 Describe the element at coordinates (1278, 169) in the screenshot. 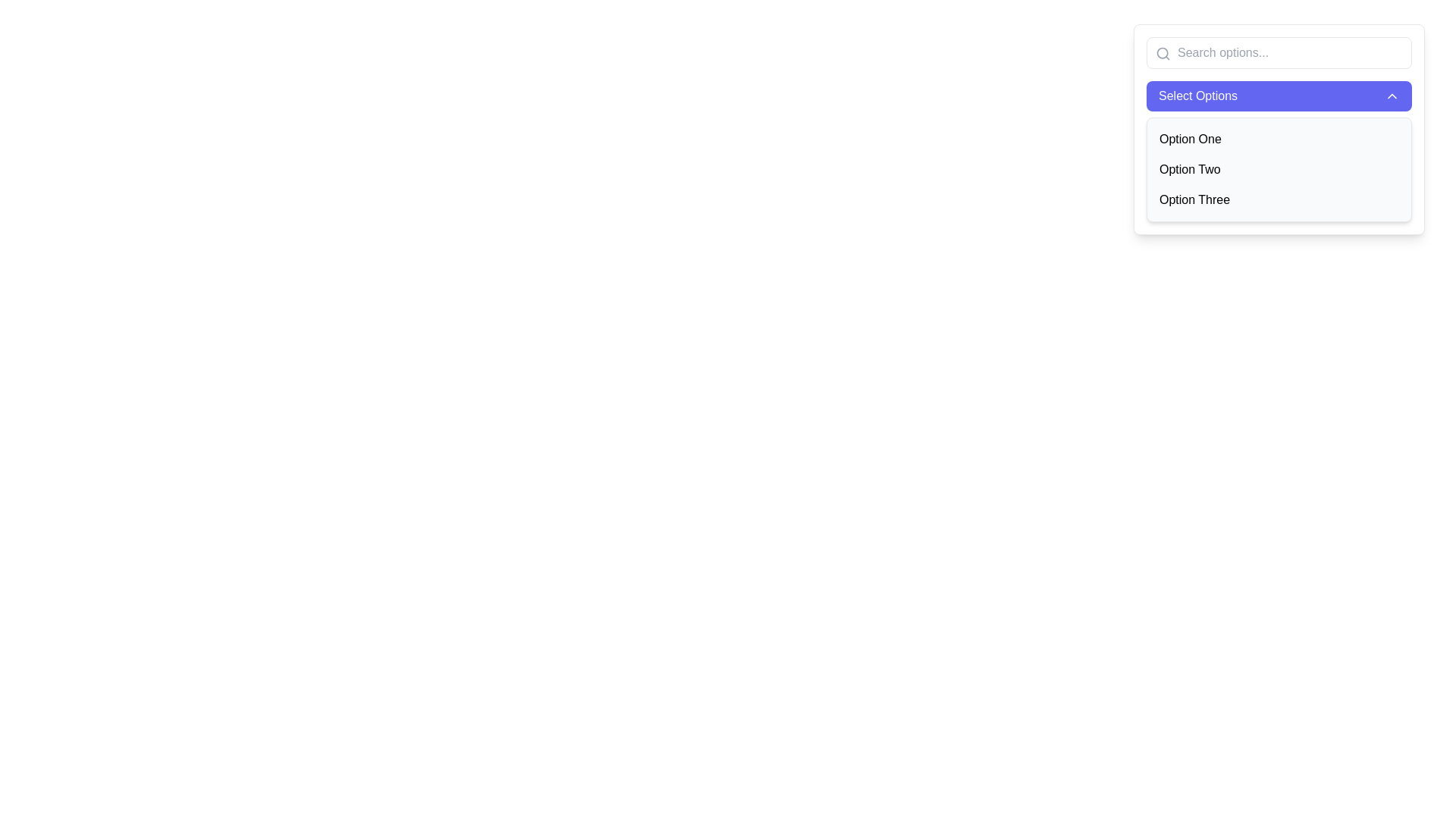

I see `the dropdown item labeled 'Option Two'` at that location.